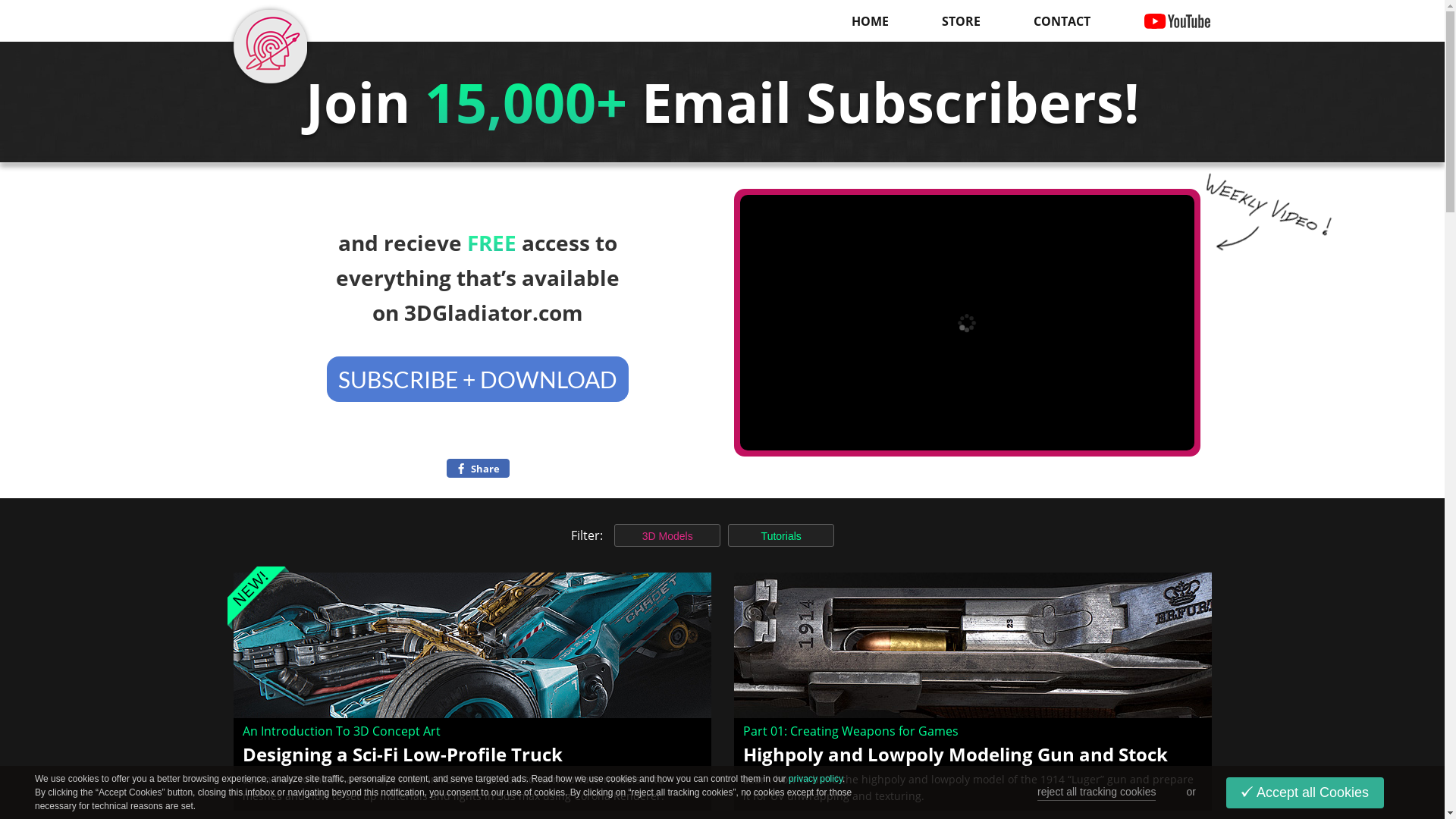 The image size is (1456, 819). What do you see at coordinates (941, 20) in the screenshot?
I see `'STORE'` at bounding box center [941, 20].